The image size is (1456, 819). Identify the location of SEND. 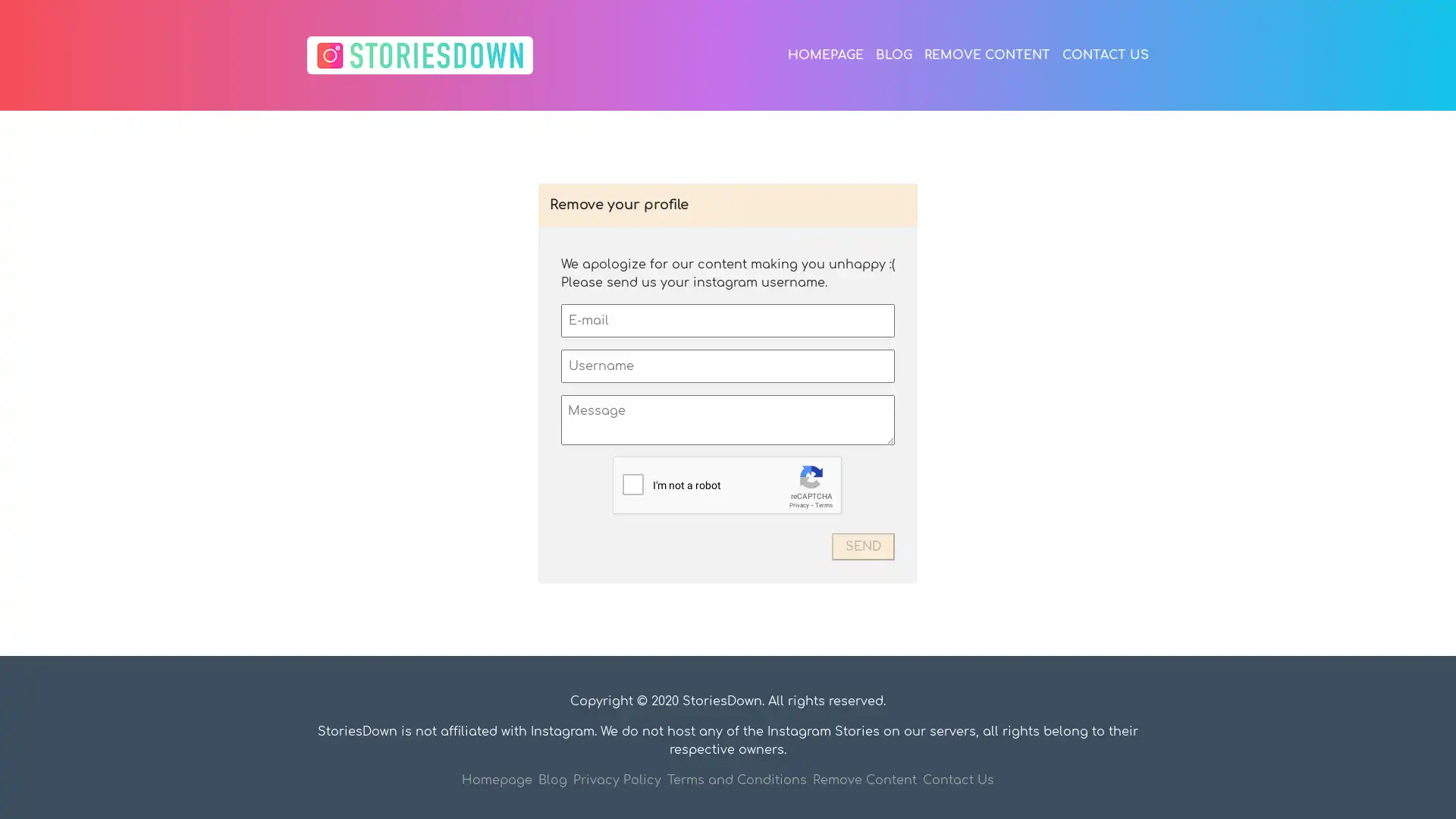
(863, 547).